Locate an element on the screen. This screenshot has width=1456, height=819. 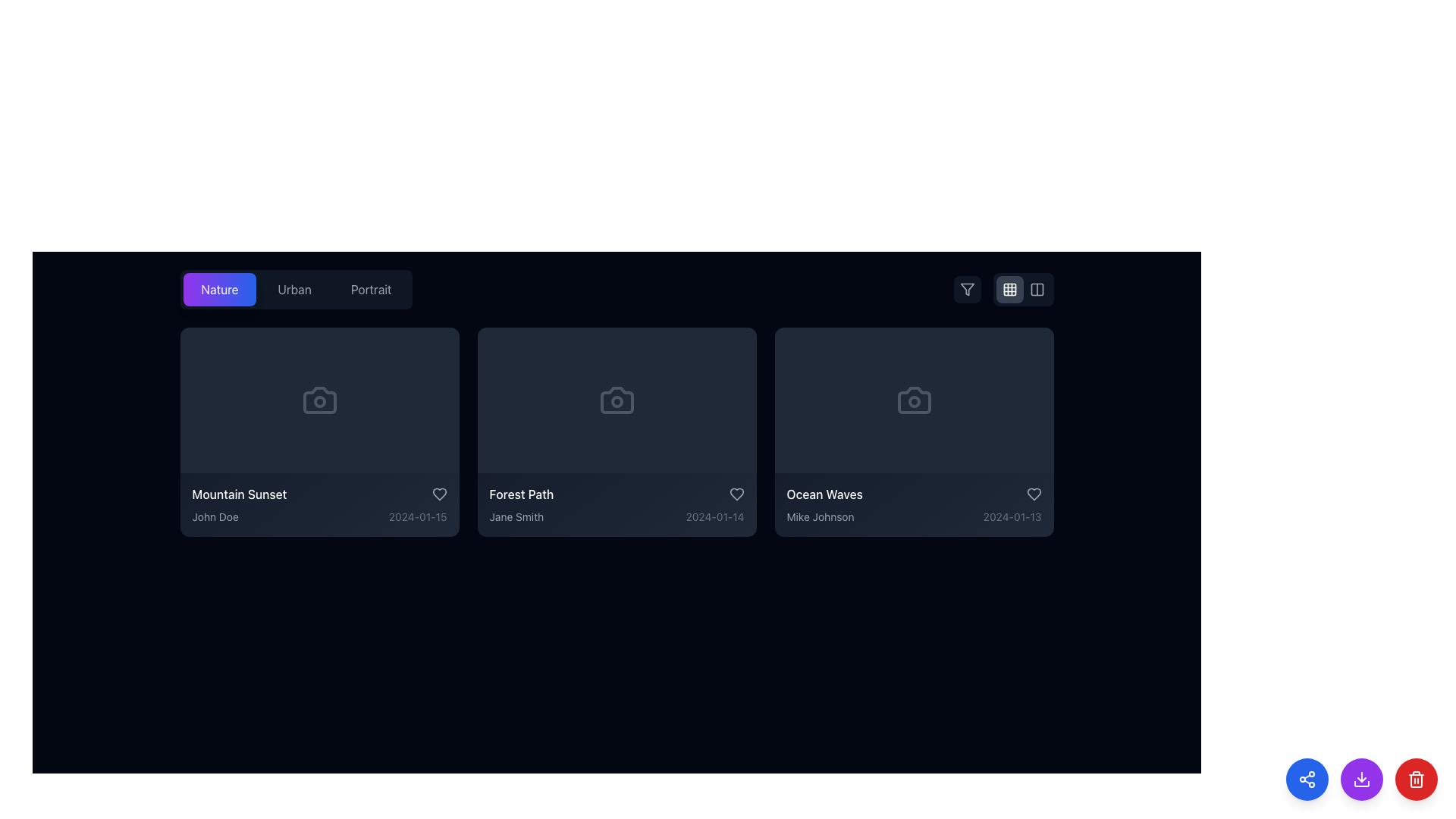
the download button with a purple circular background and a white downward-facing arrow icon is located at coordinates (1361, 780).